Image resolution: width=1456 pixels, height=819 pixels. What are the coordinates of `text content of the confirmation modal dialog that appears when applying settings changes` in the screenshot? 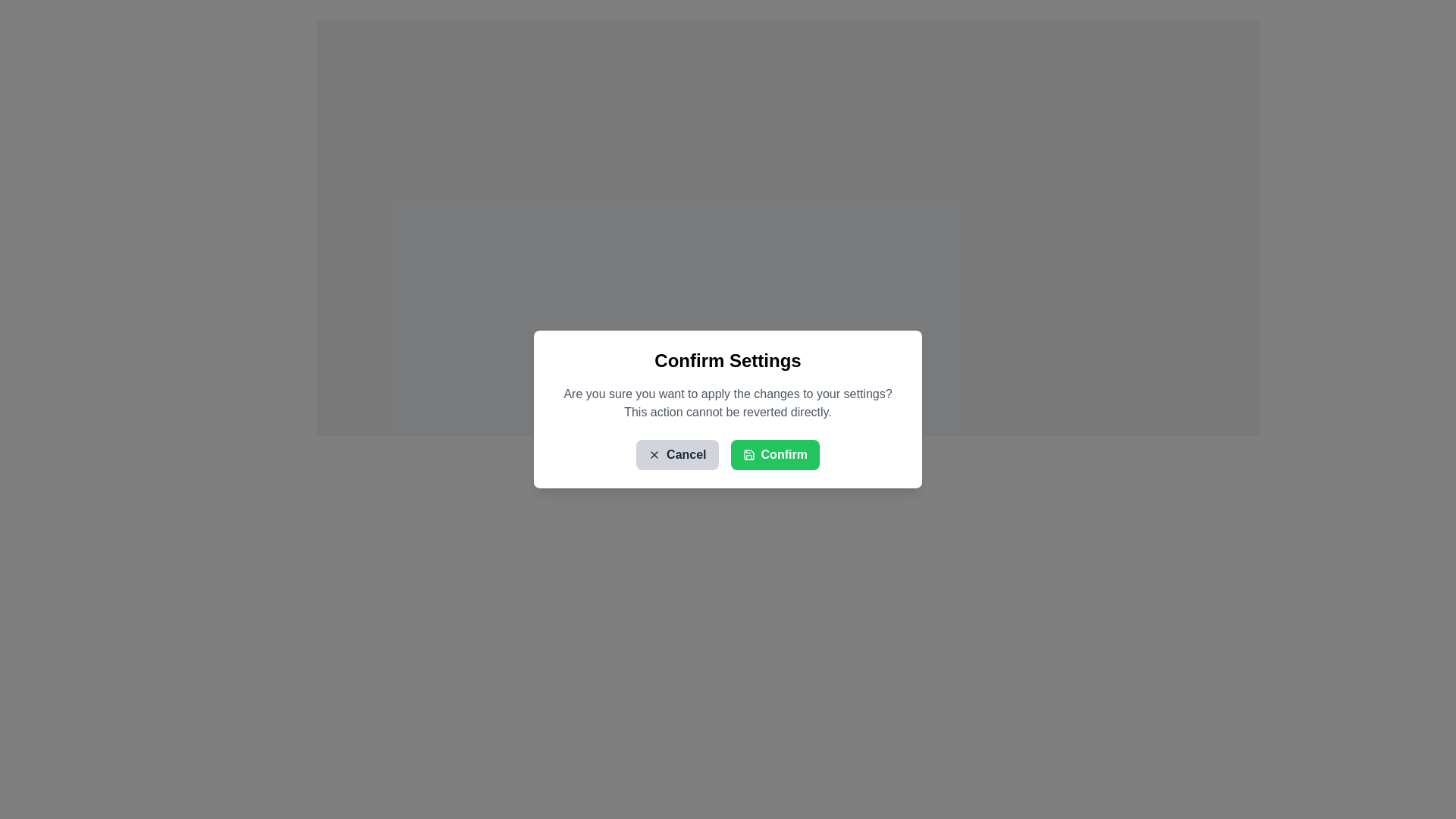 It's located at (728, 409).